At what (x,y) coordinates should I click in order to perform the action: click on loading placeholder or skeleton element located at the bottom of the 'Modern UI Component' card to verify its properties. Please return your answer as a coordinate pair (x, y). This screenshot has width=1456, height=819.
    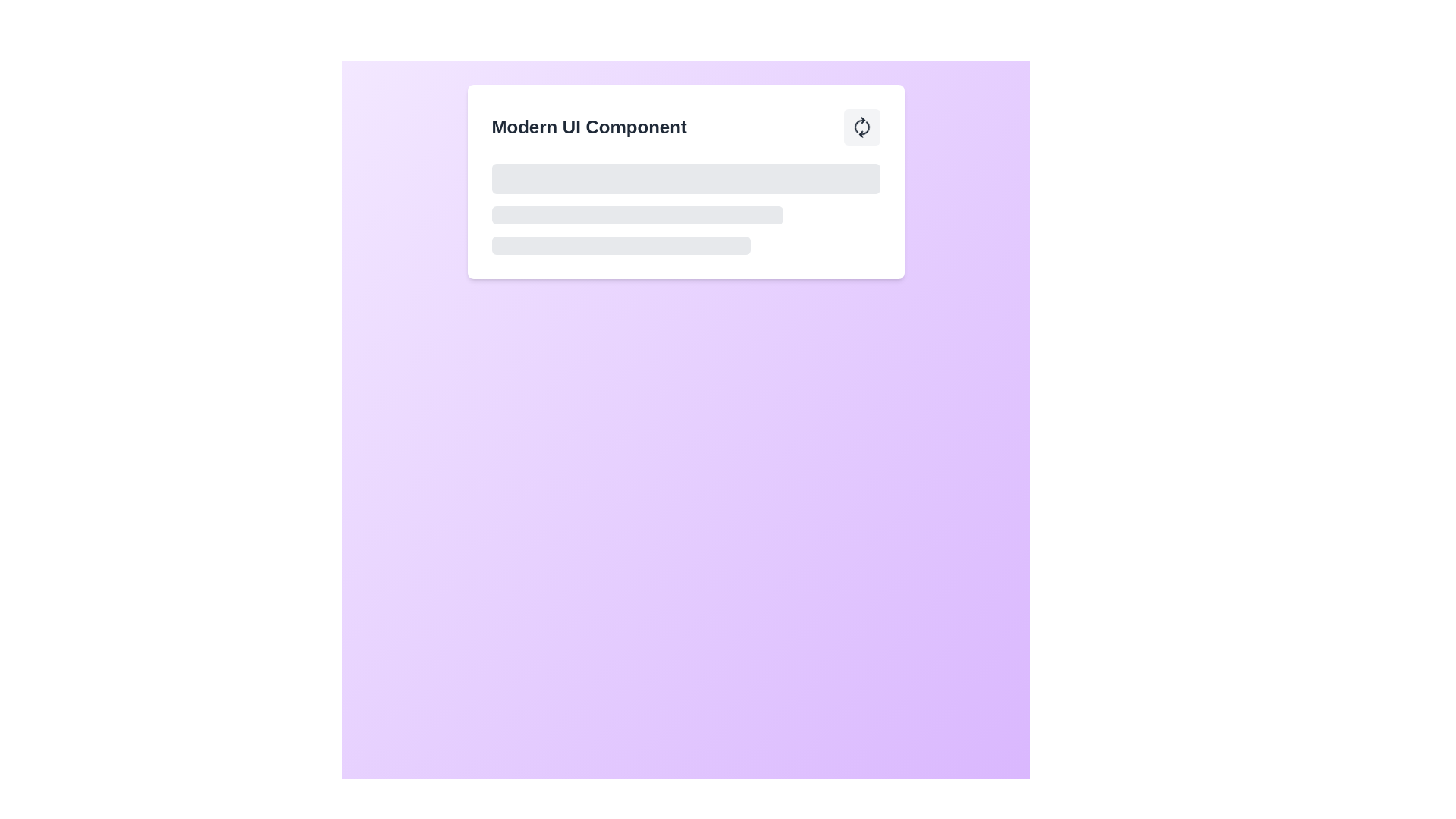
    Looking at the image, I should click on (685, 209).